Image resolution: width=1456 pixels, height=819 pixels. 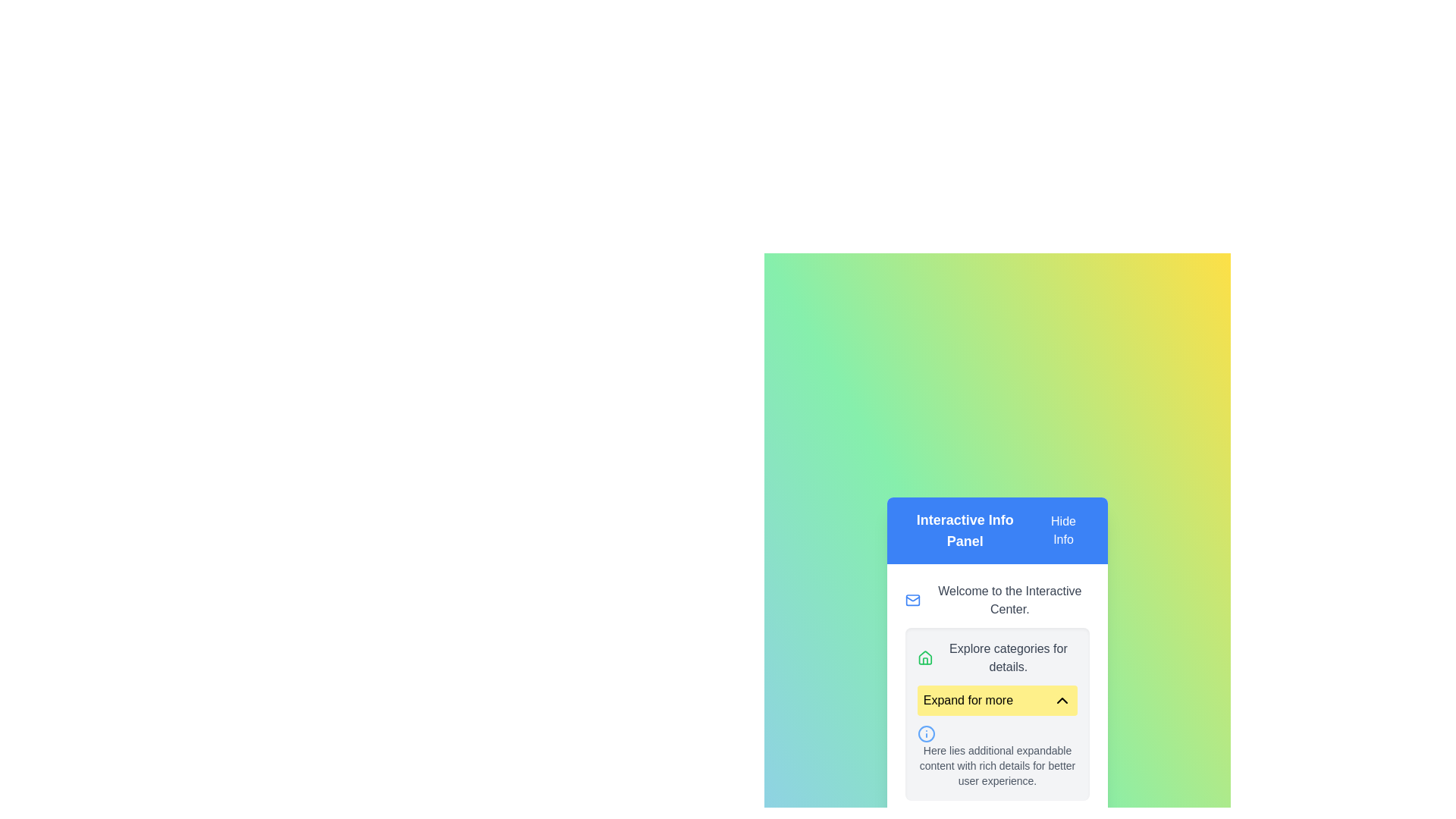 I want to click on the upward-pointing chevron icon, which is located at the right end of the yellow-highlighted bar labeled 'Expand for more', so click(x=1062, y=701).